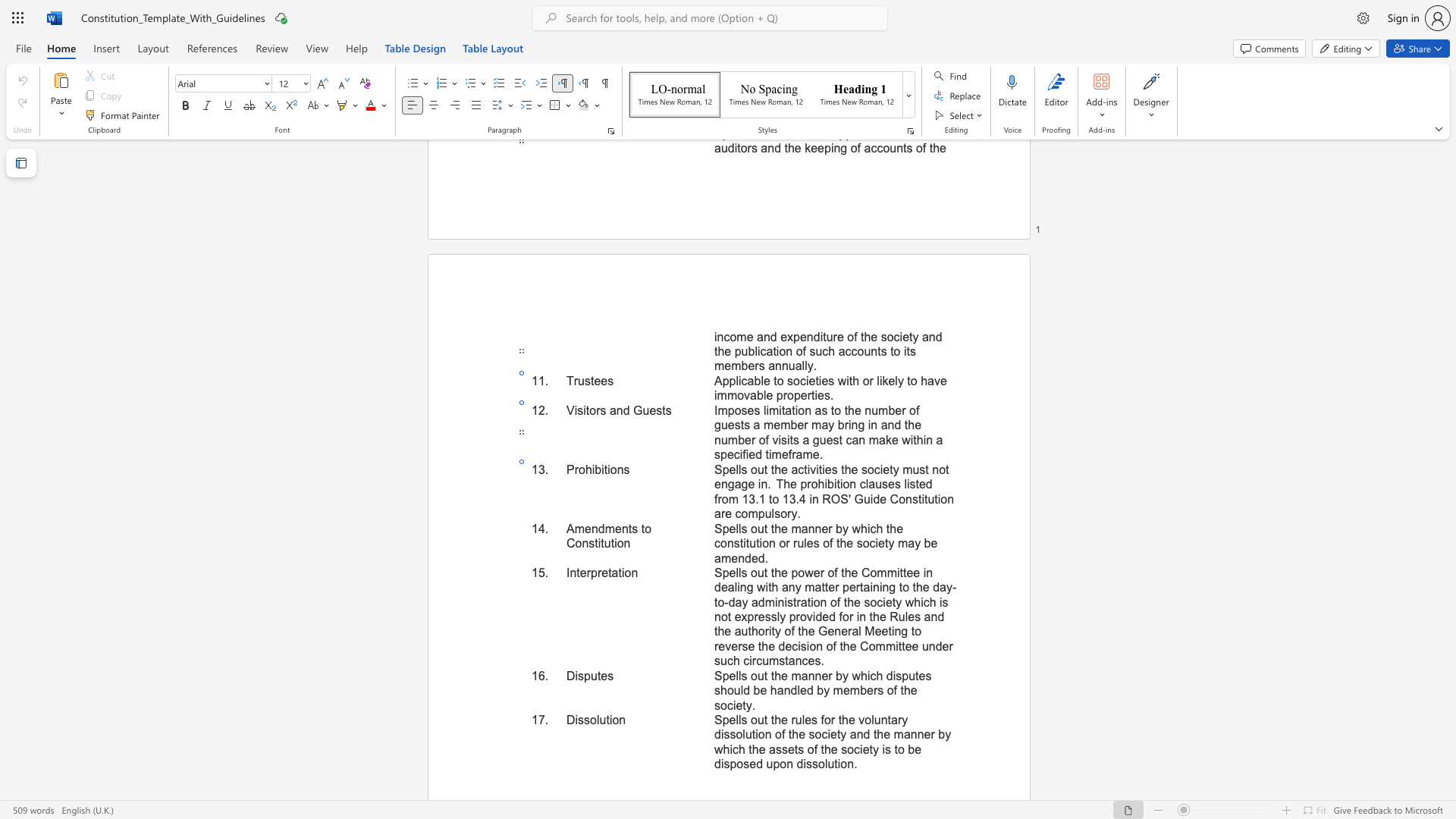 This screenshot has width=1456, height=819. What do you see at coordinates (613, 469) in the screenshot?
I see `the 2th character "o" in the text` at bounding box center [613, 469].